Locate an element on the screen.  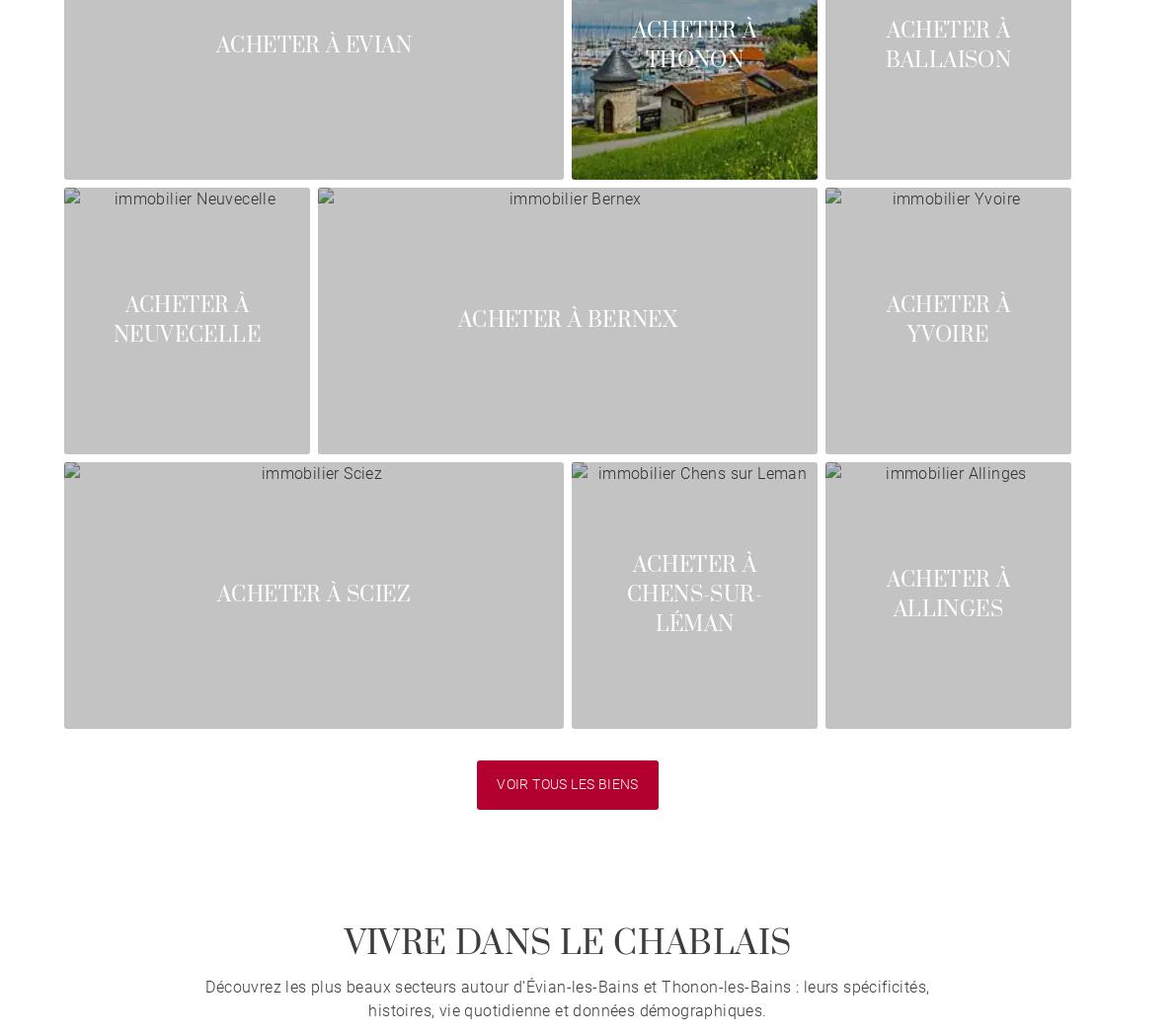
'Acheter à Bernex' is located at coordinates (567, 319).